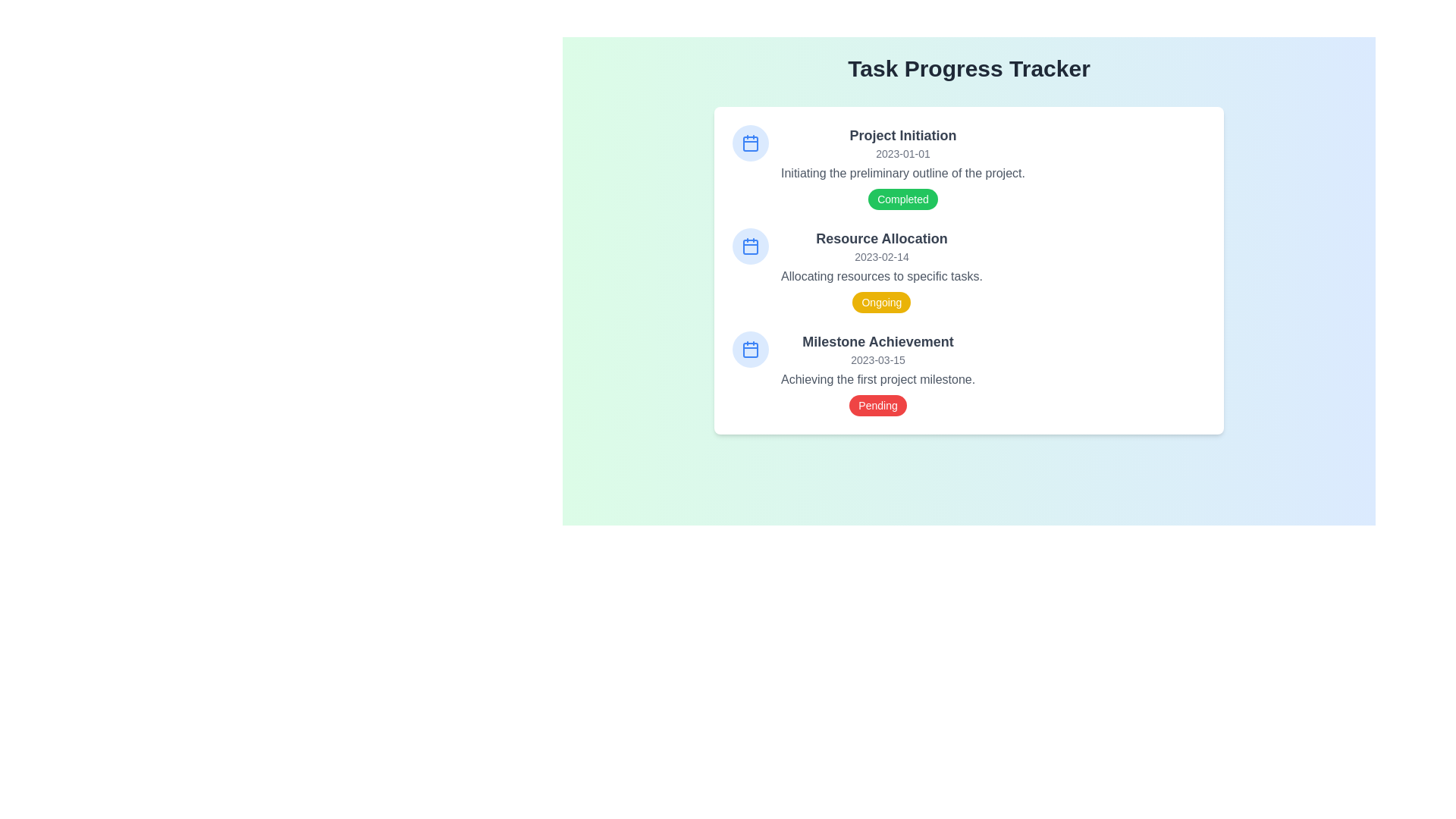 This screenshot has width=1456, height=819. I want to click on the static text label styled as a section heading for 'Resource Allocation' located in the second row of the task list, so click(881, 239).